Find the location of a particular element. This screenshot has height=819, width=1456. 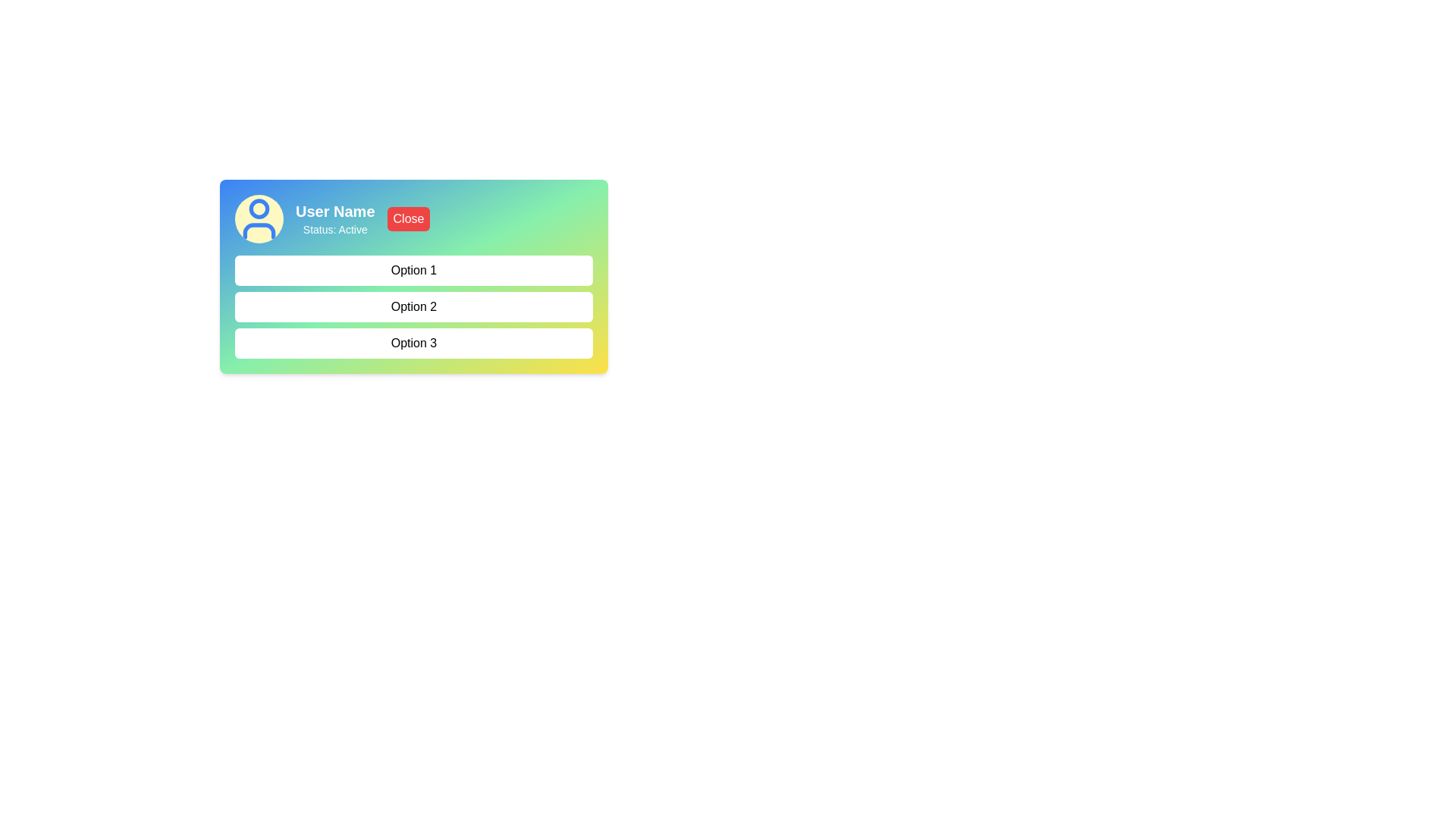

the second button in the vertically-stacked group of three options is located at coordinates (414, 307).